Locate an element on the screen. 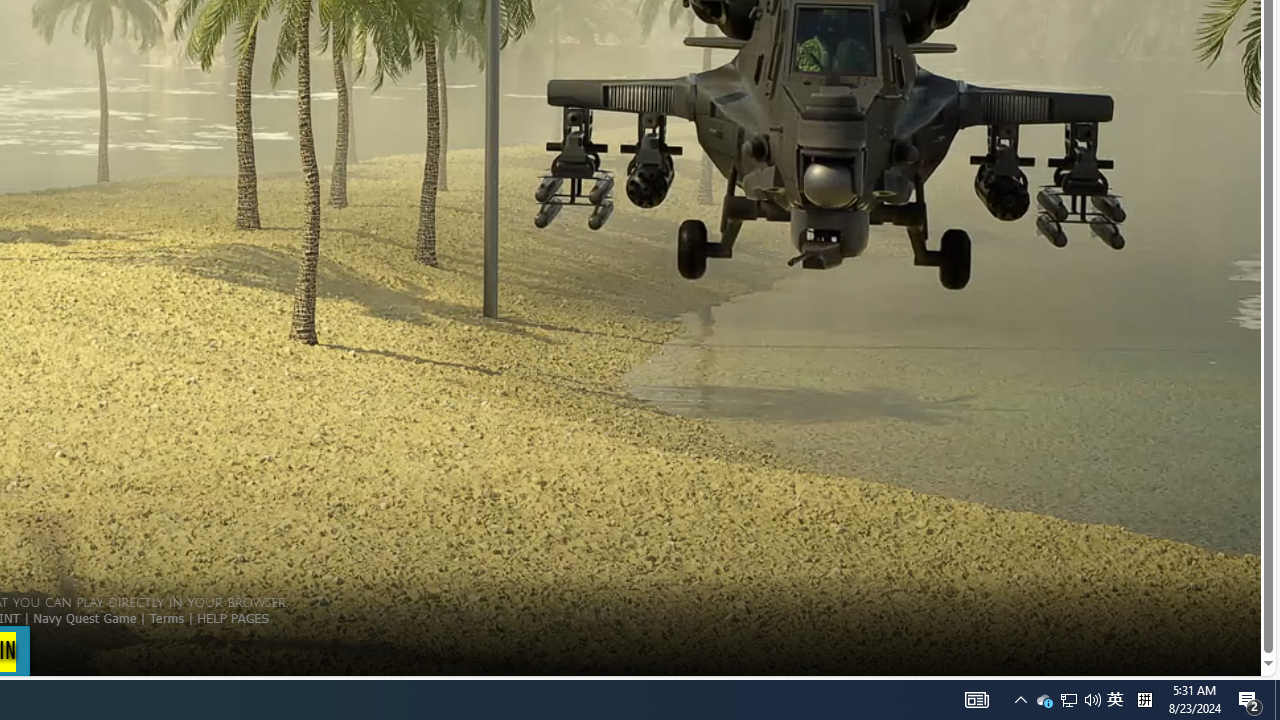 The width and height of the screenshot is (1280, 720). 'Navy Quest Game' is located at coordinates (84, 616).